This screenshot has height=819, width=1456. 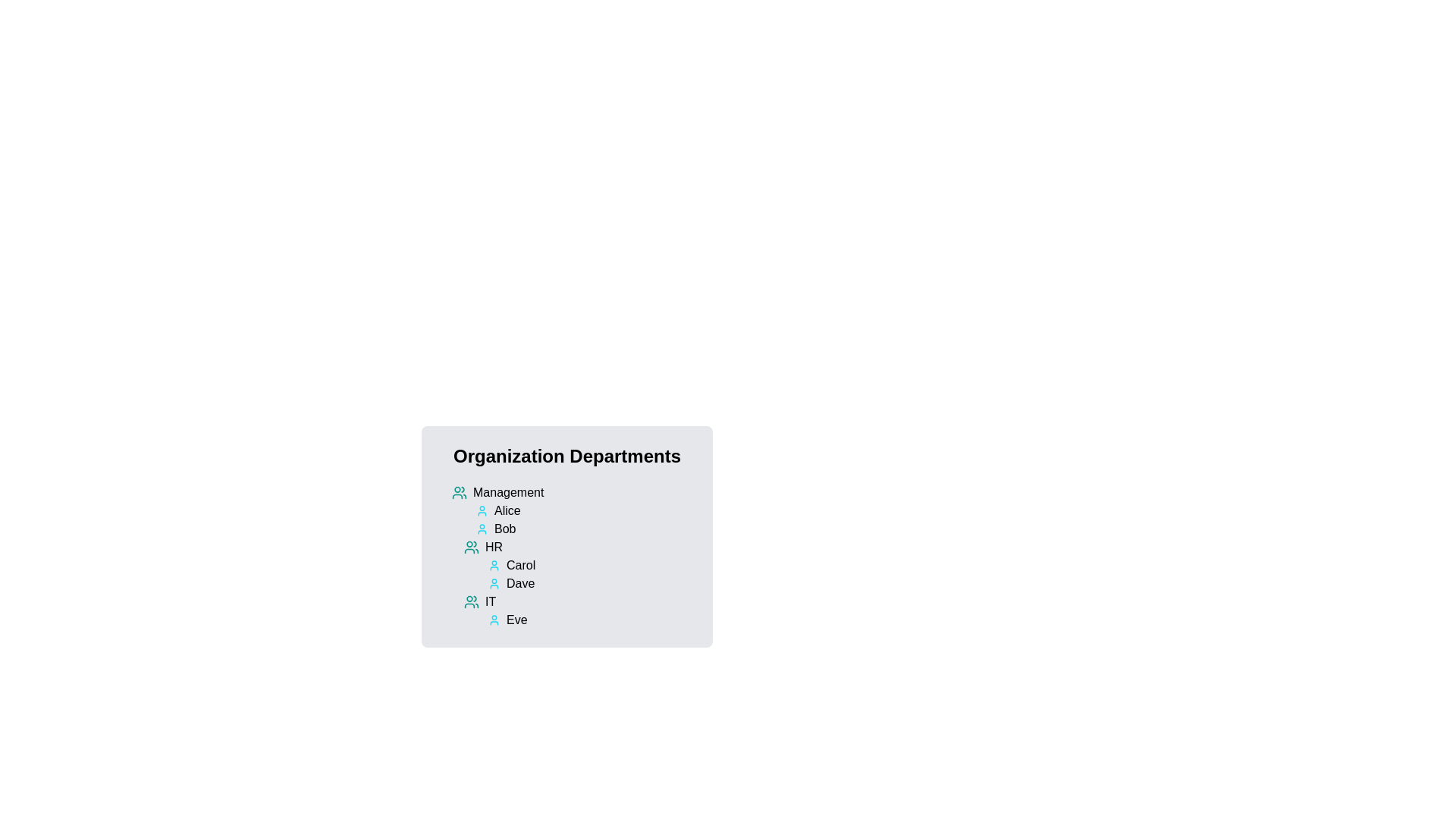 What do you see at coordinates (572, 493) in the screenshot?
I see `the 'Management' label located at the top of the 'Organization Departments' list` at bounding box center [572, 493].